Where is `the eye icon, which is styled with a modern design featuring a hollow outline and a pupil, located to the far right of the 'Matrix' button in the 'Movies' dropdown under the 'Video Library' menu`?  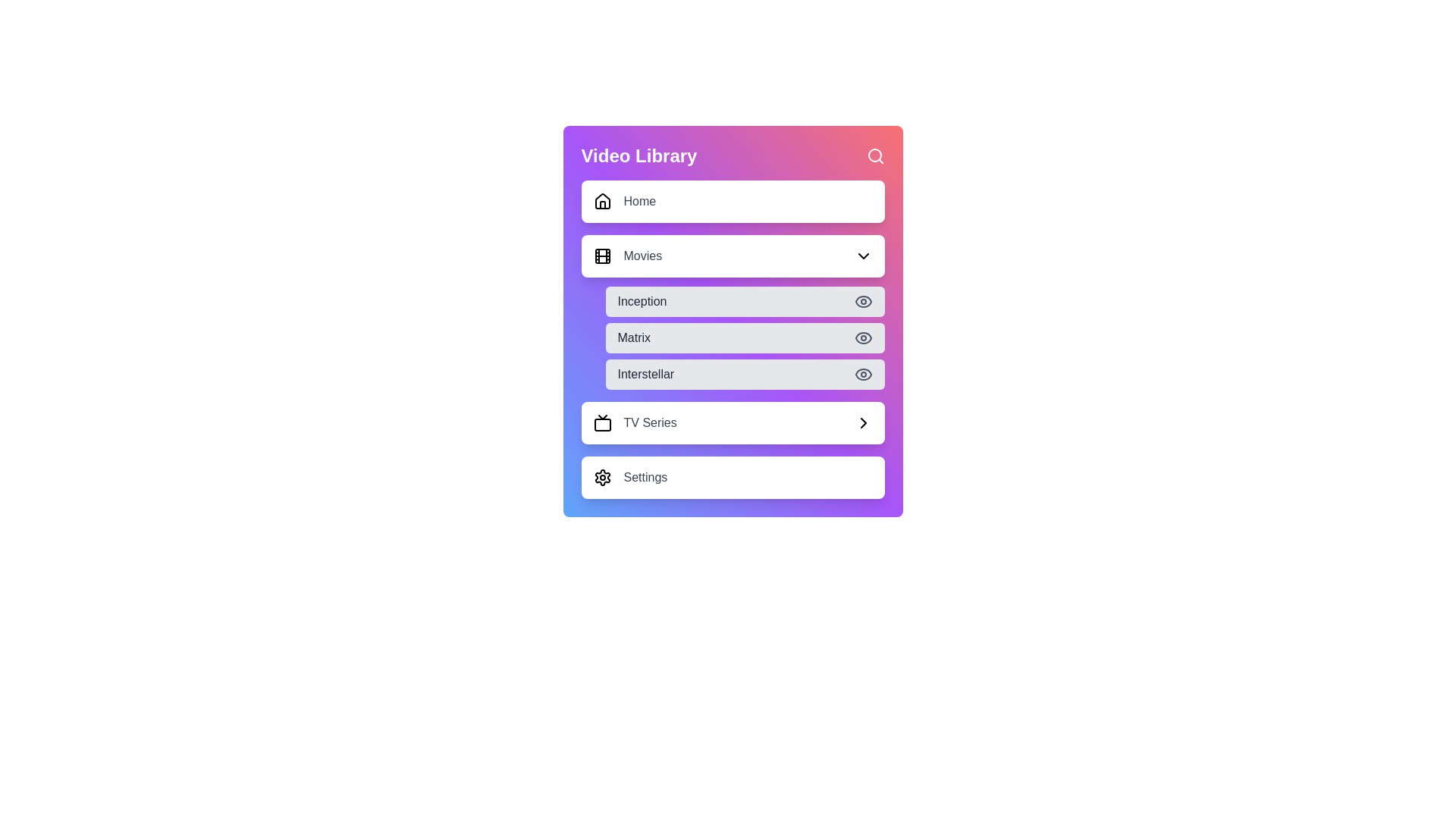 the eye icon, which is styled with a modern design featuring a hollow outline and a pupil, located to the far right of the 'Matrix' button in the 'Movies' dropdown under the 'Video Library' menu is located at coordinates (863, 337).